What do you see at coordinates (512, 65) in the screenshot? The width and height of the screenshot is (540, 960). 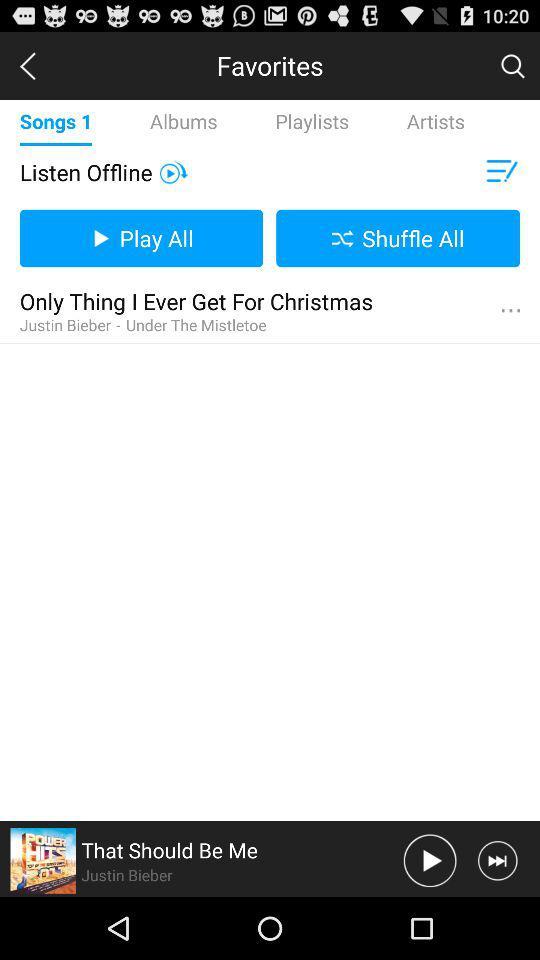 I see `search the favorites list` at bounding box center [512, 65].